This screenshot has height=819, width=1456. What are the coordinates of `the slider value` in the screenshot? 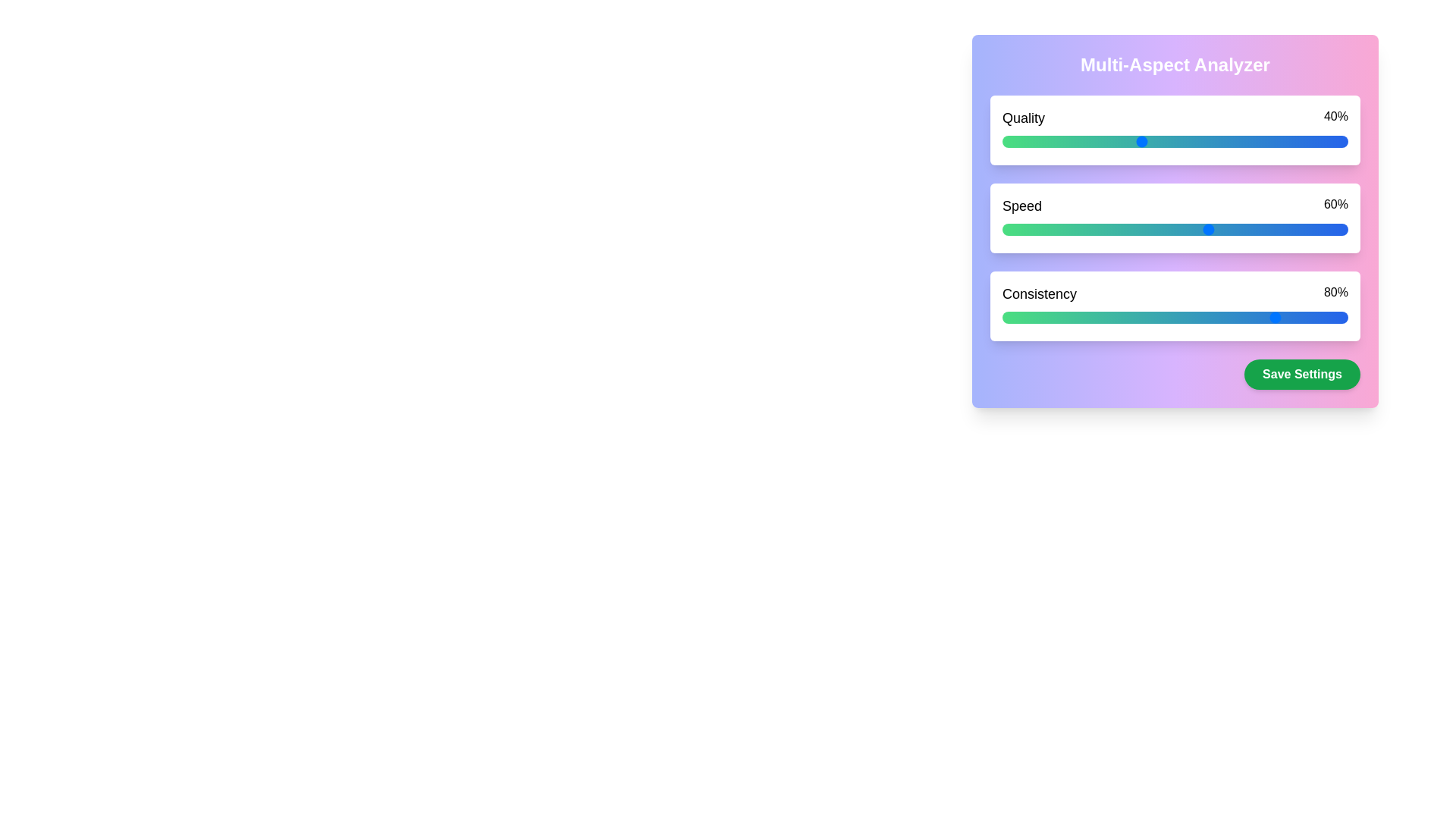 It's located at (1053, 317).